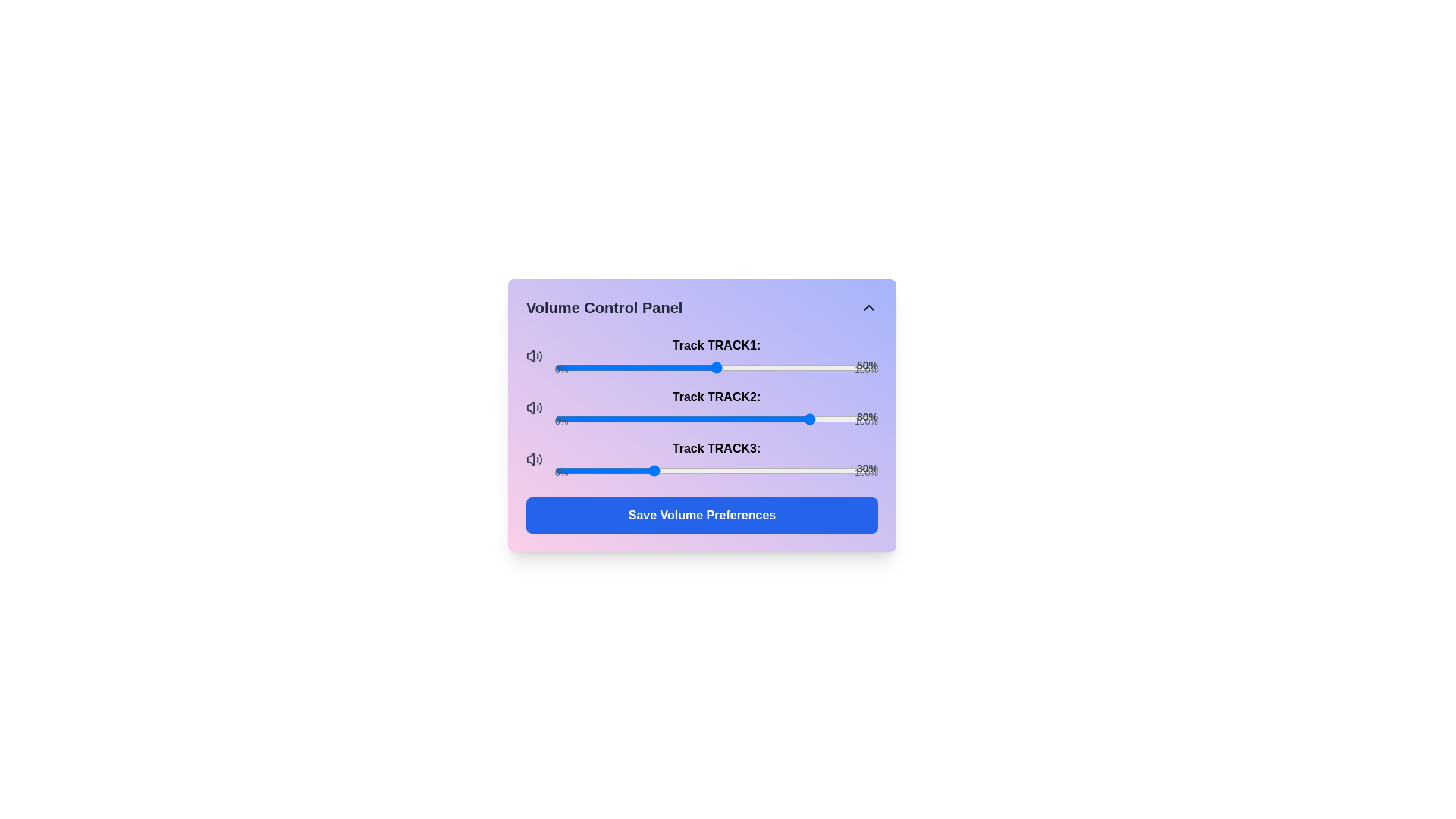 The width and height of the screenshot is (1456, 819). Describe the element at coordinates (620, 470) in the screenshot. I see `the slider value` at that location.